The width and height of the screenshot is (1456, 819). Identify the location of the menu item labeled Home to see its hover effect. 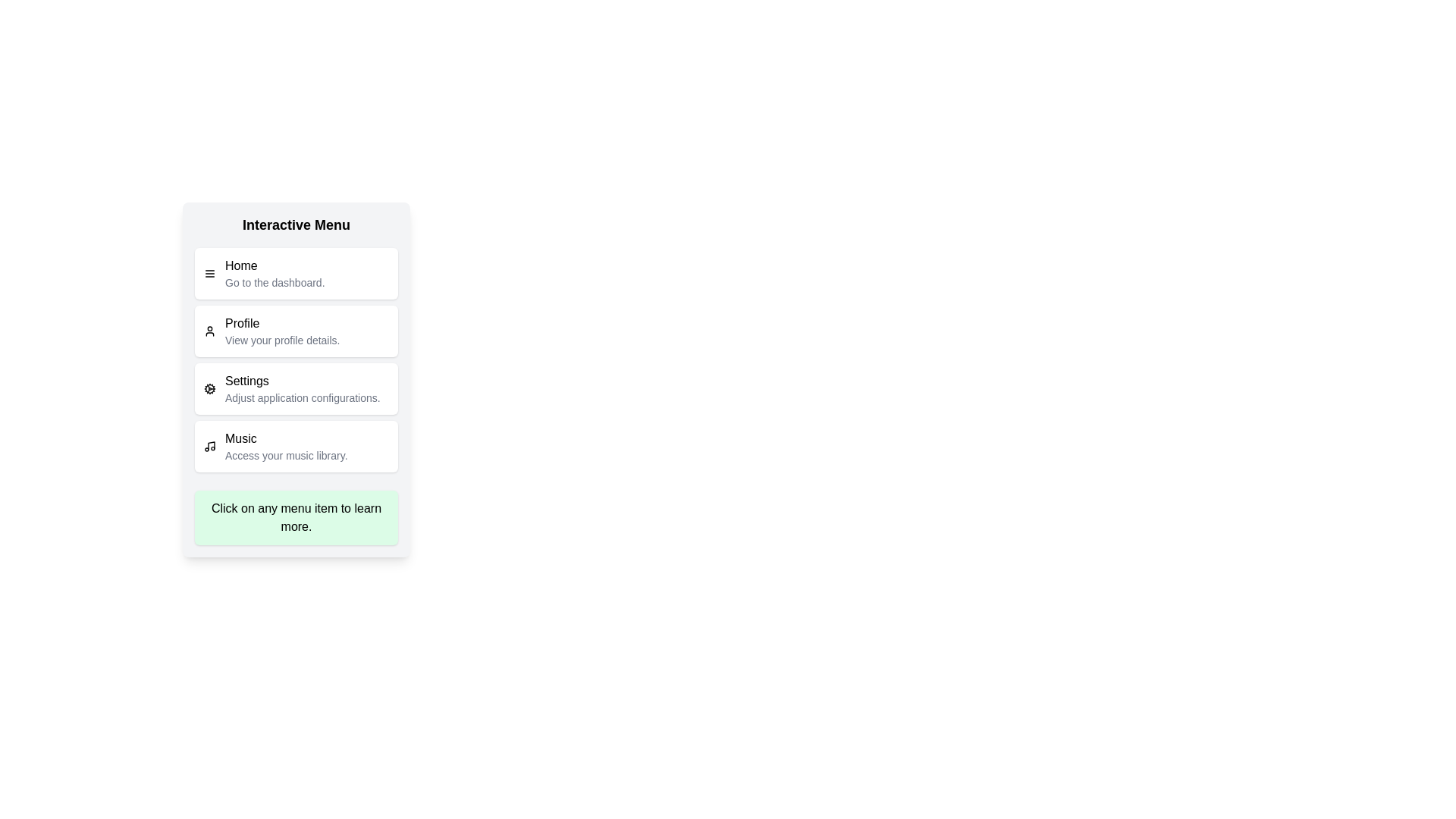
(296, 274).